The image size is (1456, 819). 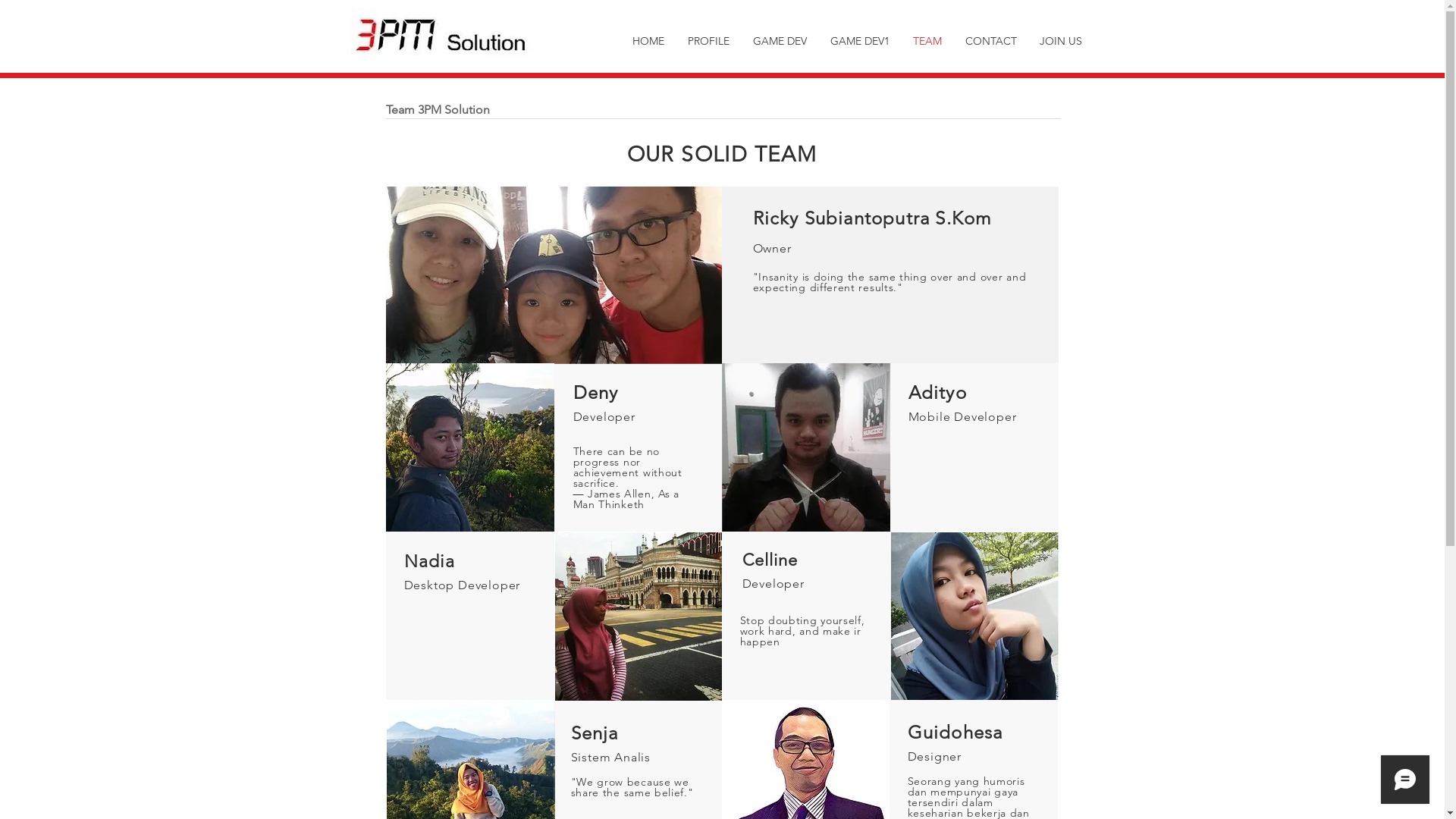 What do you see at coordinates (780, 40) in the screenshot?
I see `'GAME DEV'` at bounding box center [780, 40].